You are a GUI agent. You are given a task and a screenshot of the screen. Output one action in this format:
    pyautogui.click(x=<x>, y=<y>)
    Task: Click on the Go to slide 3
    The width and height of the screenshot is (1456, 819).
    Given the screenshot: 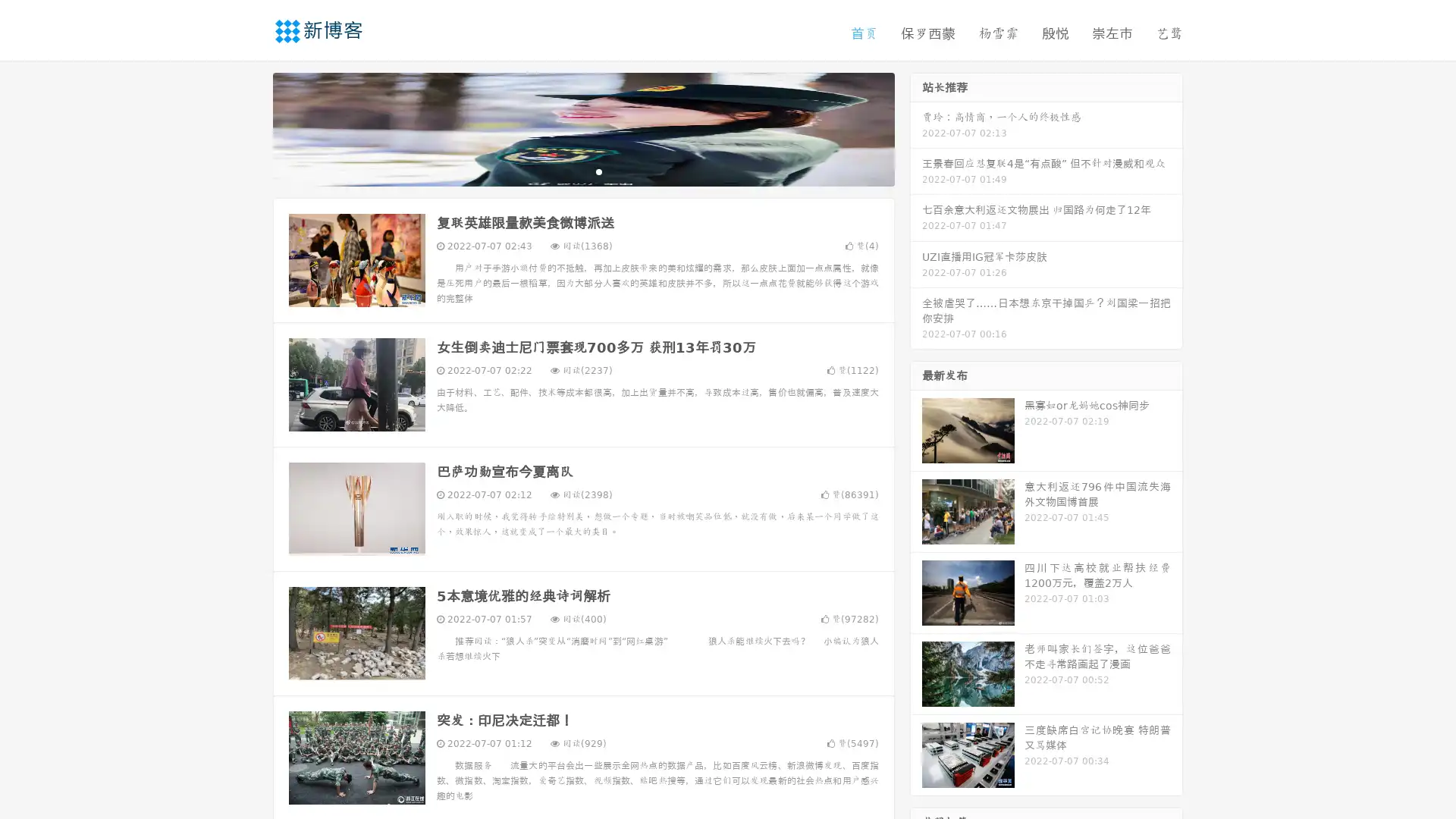 What is the action you would take?
    pyautogui.click(x=598, y=171)
    